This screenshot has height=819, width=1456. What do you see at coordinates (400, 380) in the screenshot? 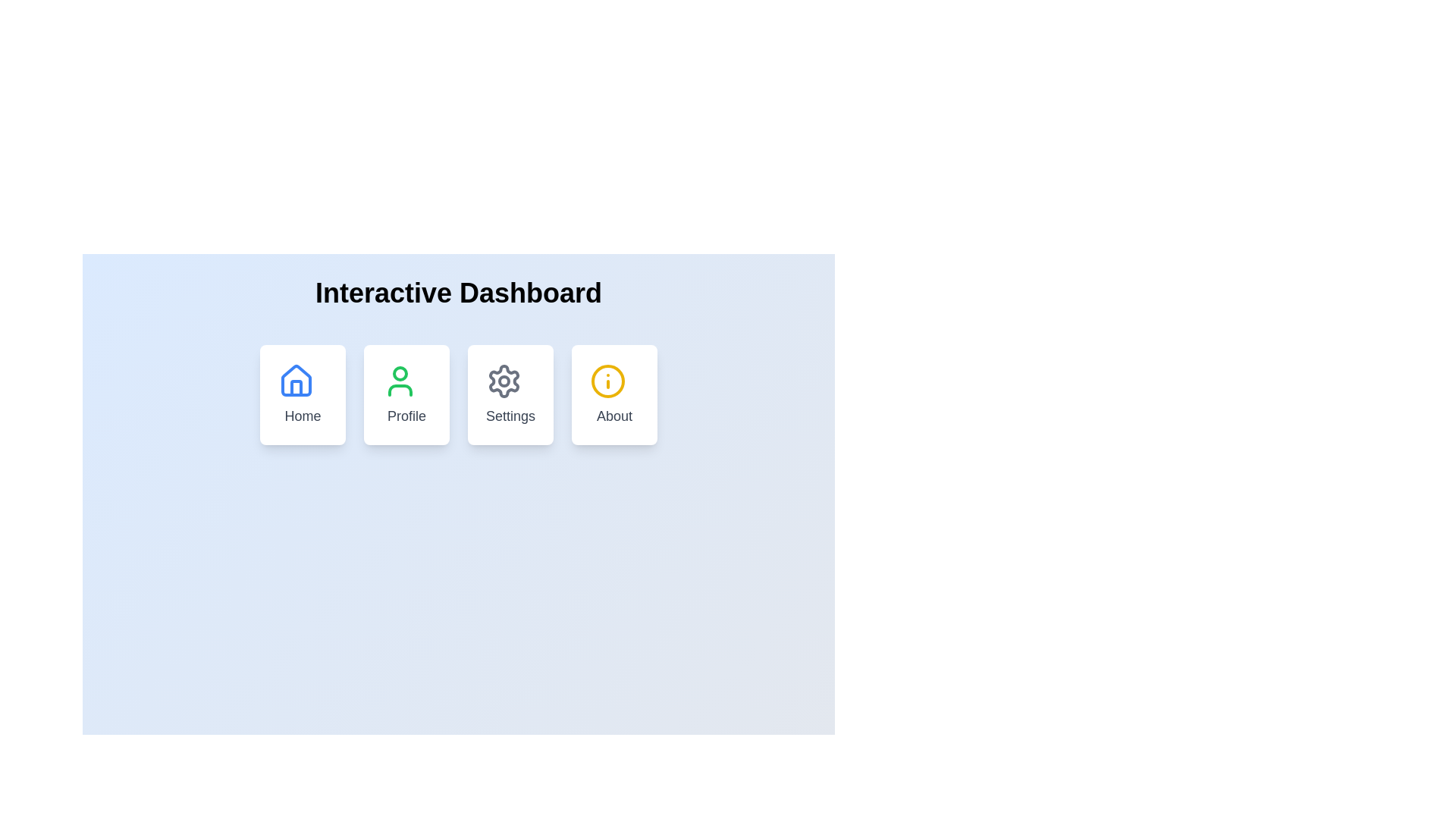
I see `the user profile icon located in the second position of the horizontal row of four buttons, which is used for accessing profile-related features` at bounding box center [400, 380].